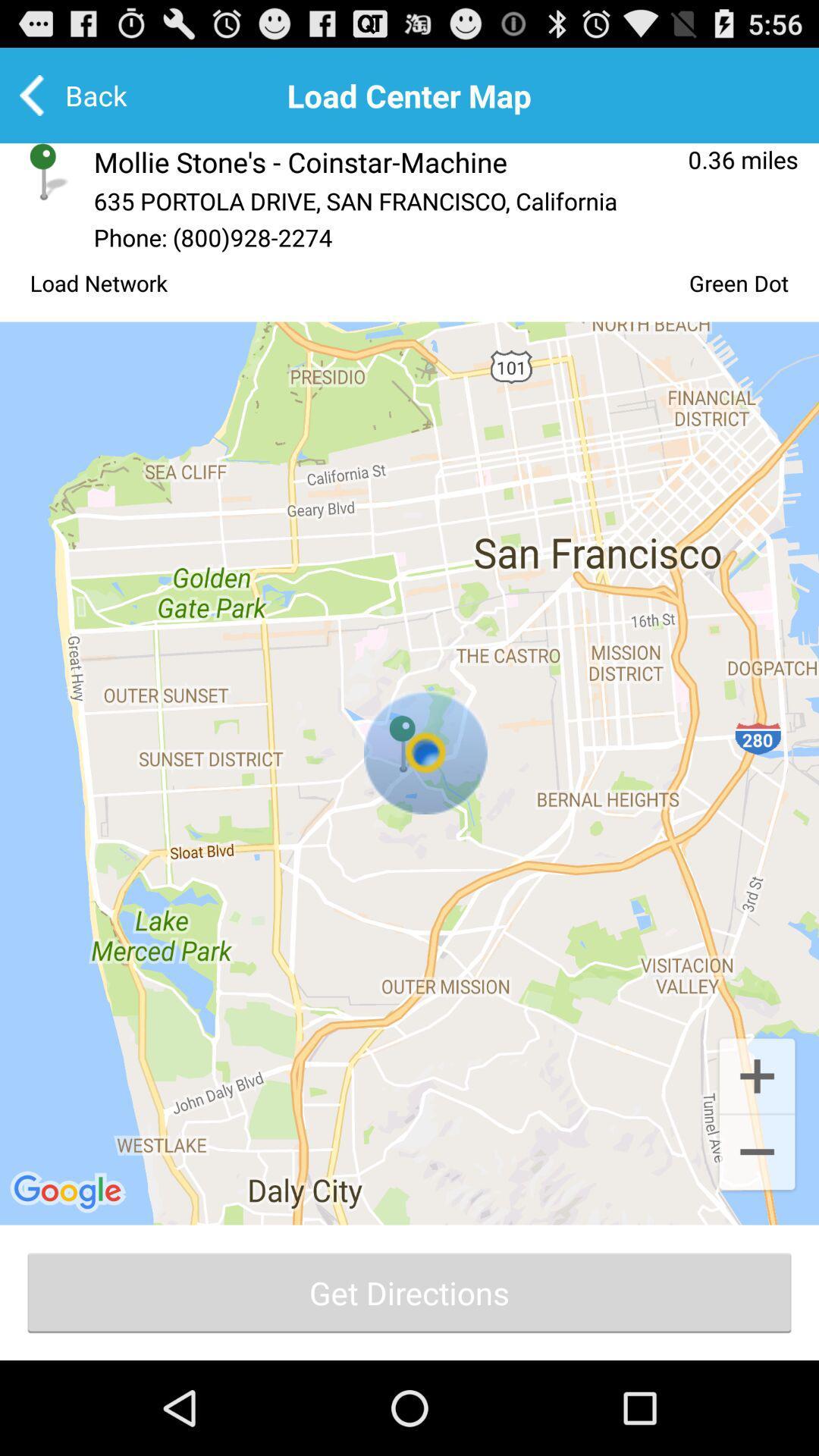  Describe the element at coordinates (757, 1150) in the screenshot. I see `the add icon` at that location.